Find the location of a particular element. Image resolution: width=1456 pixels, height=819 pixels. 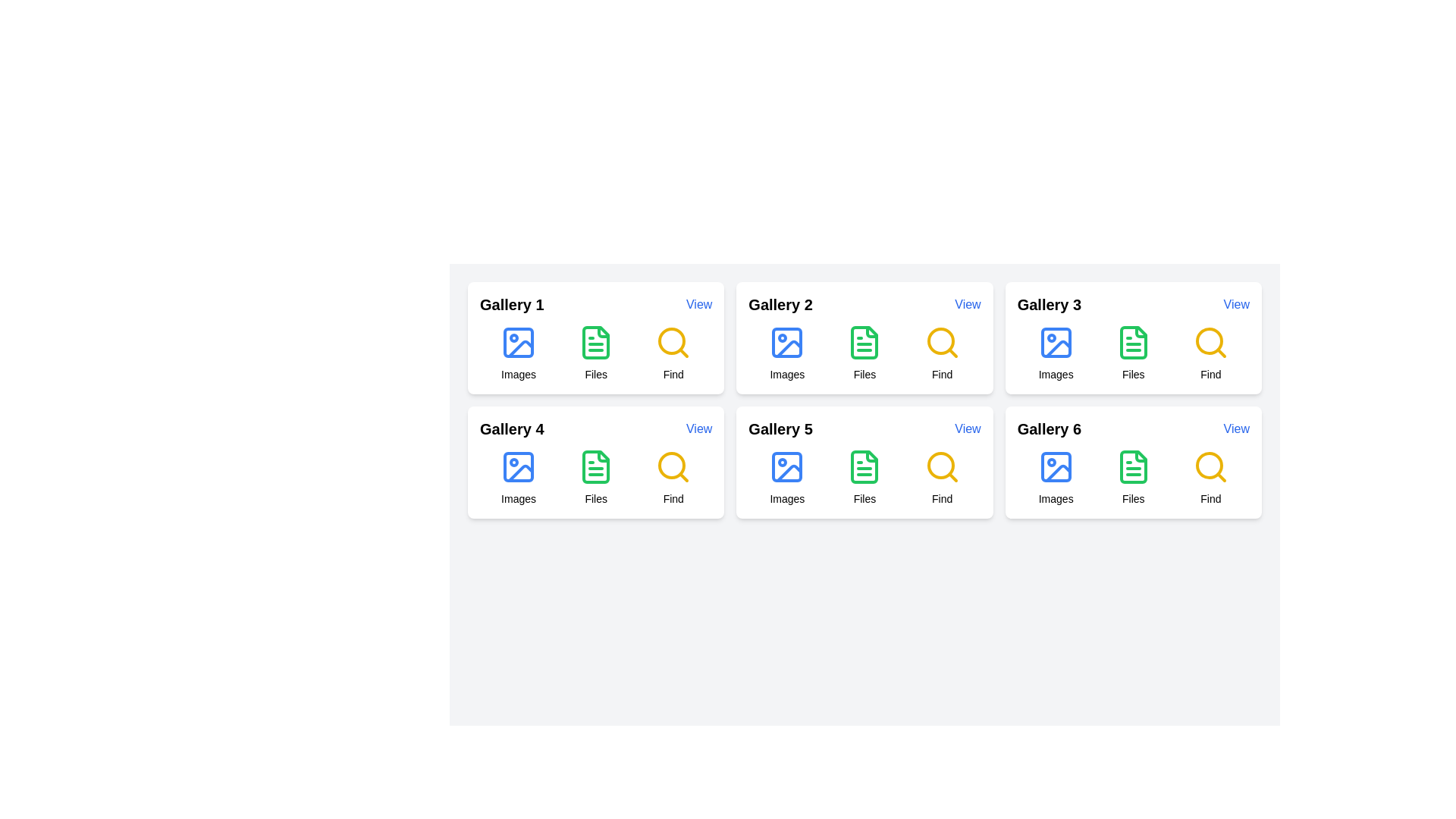

the bold, large-sized text label displaying 'Gallery 4' which is styled as a heading in black font color, located in the top-left section of its card layout is located at coordinates (512, 429).